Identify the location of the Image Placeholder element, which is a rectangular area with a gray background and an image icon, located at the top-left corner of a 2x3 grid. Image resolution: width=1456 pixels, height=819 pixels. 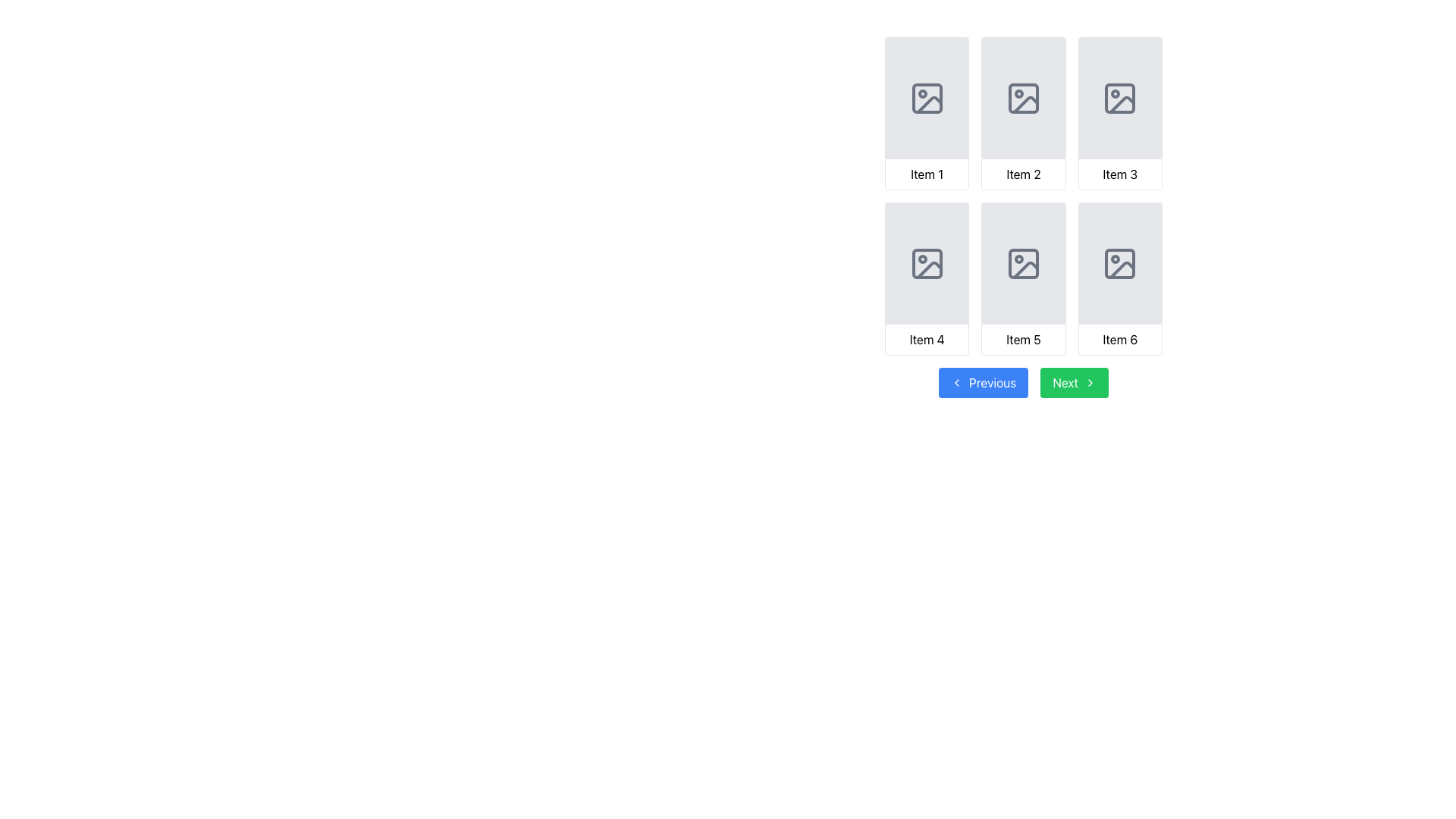
(926, 99).